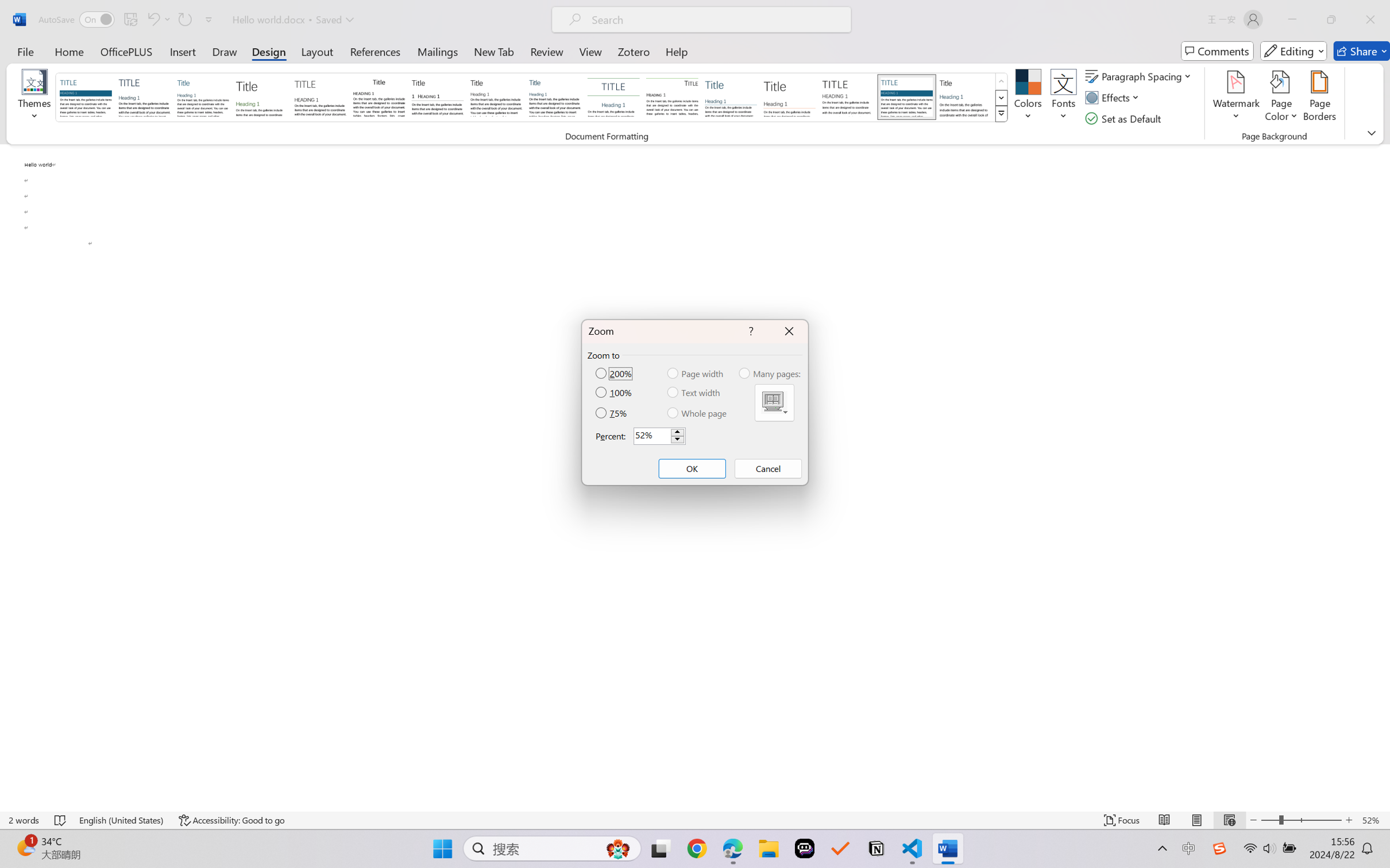  What do you see at coordinates (261, 96) in the screenshot?
I see `'Basic (Stylish)'` at bounding box center [261, 96].